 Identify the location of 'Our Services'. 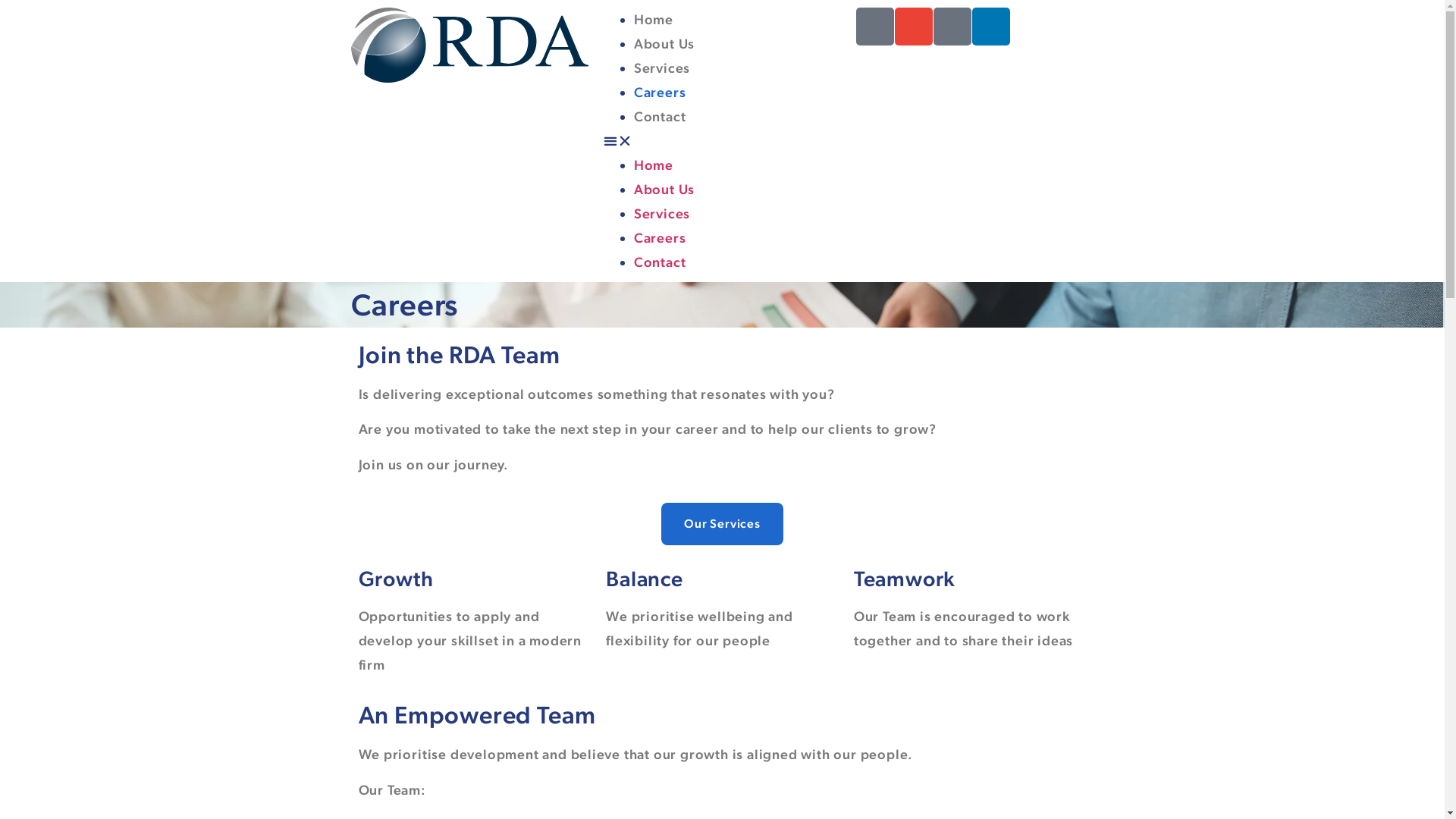
(721, 522).